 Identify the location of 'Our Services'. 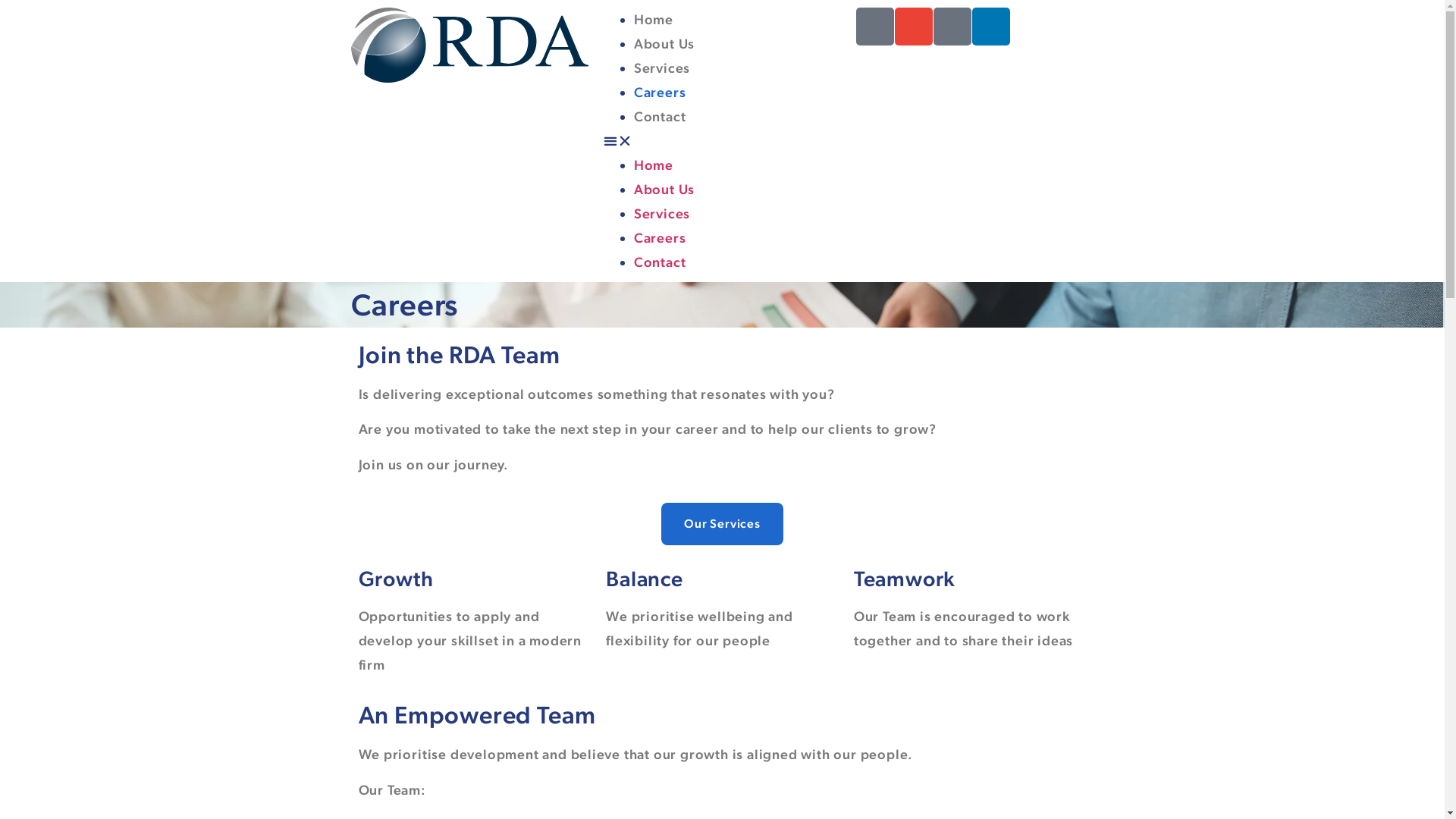
(721, 522).